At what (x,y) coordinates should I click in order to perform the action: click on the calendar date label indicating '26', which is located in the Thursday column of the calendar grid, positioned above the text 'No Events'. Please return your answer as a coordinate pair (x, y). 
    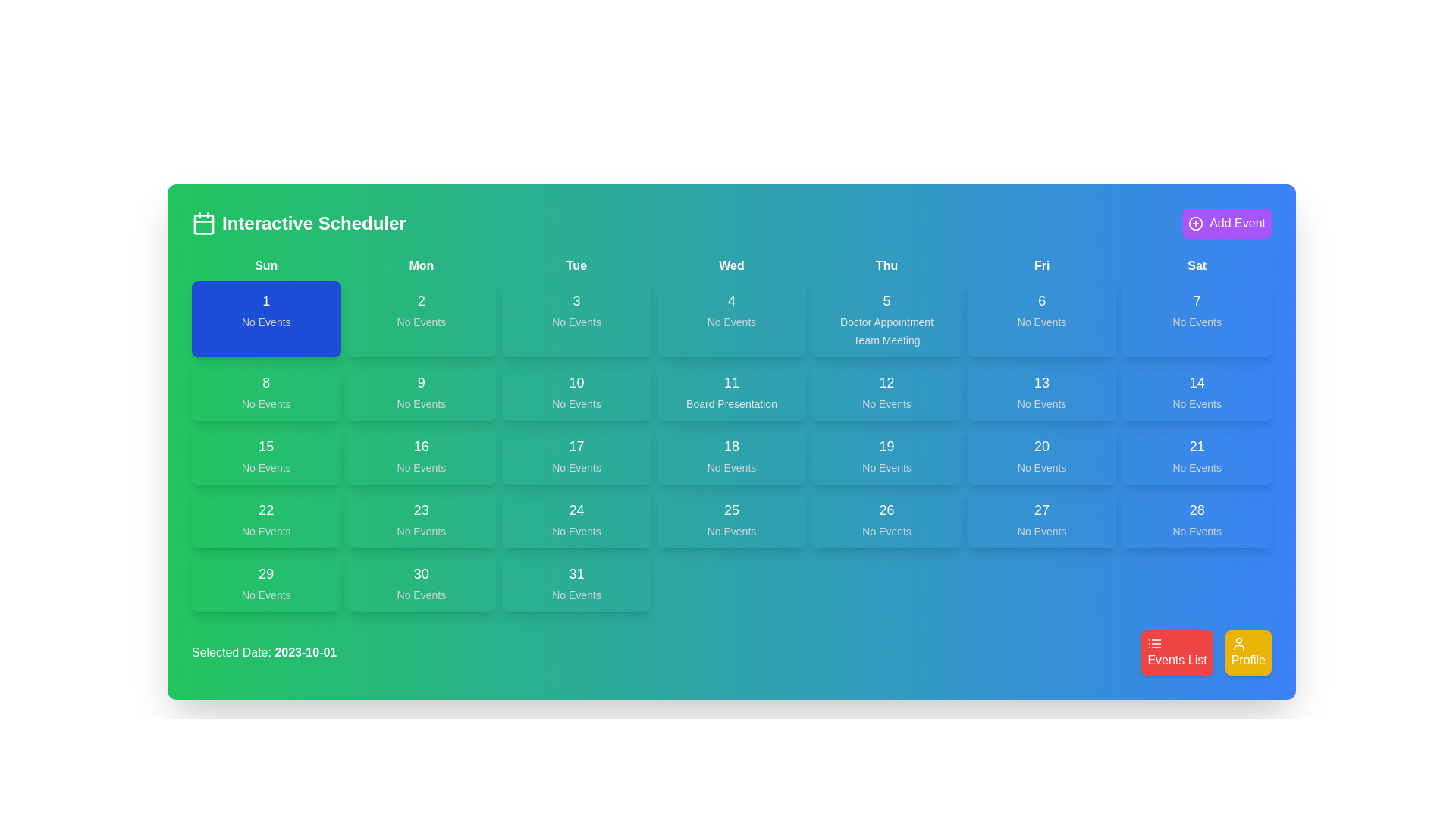
    Looking at the image, I should click on (886, 510).